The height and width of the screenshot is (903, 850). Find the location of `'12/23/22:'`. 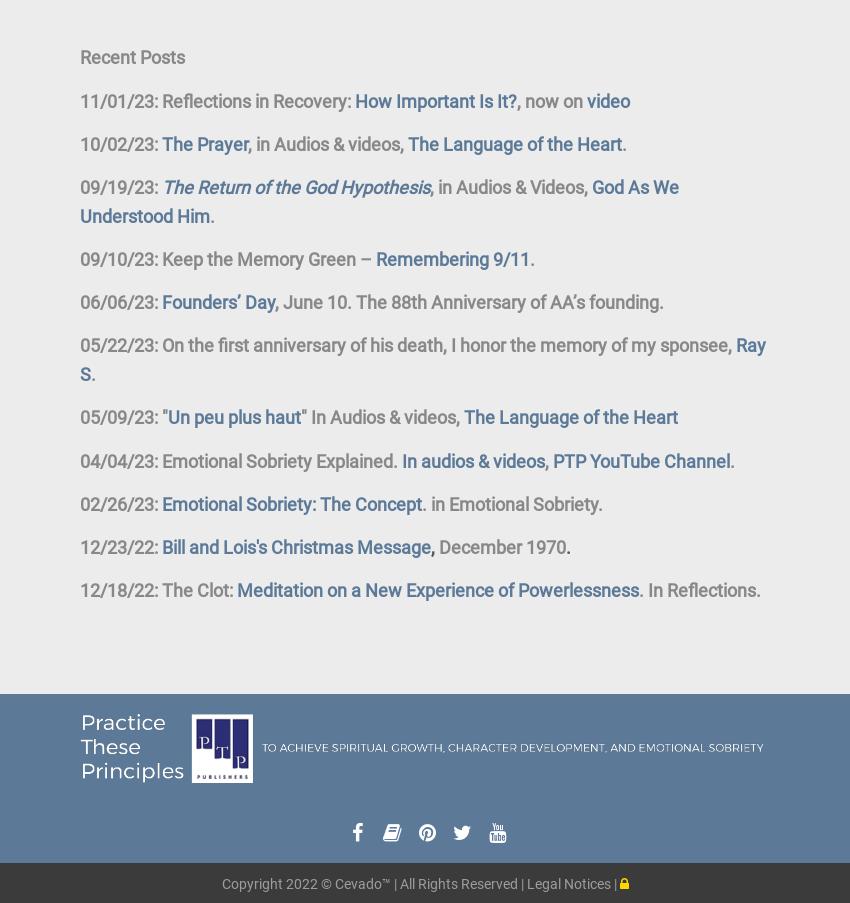

'12/23/22:' is located at coordinates (118, 545).